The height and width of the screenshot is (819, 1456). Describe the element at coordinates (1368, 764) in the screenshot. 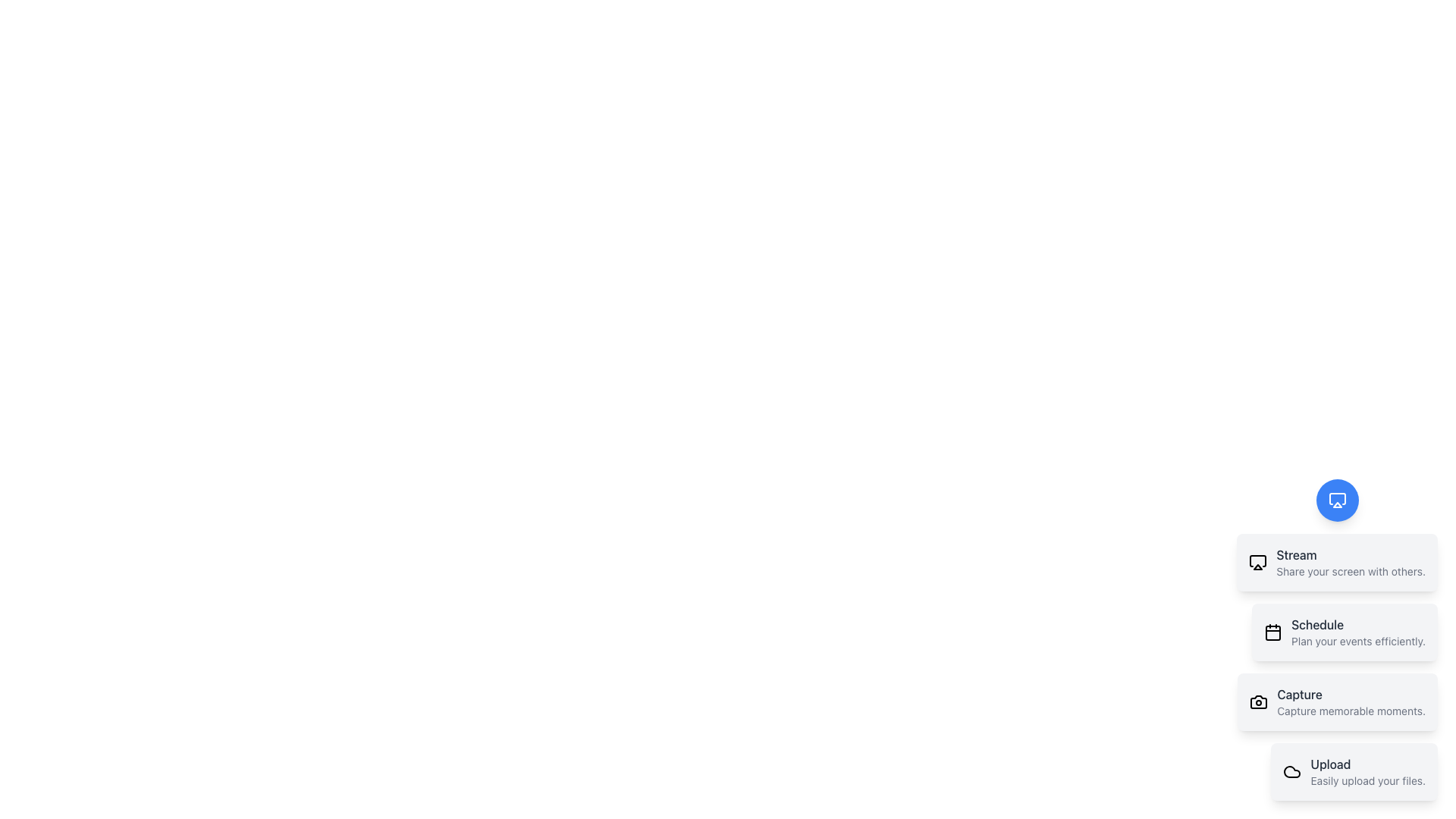

I see `the text label that reads 'Upload' located at the bottom of the vertically aligned menu` at that location.